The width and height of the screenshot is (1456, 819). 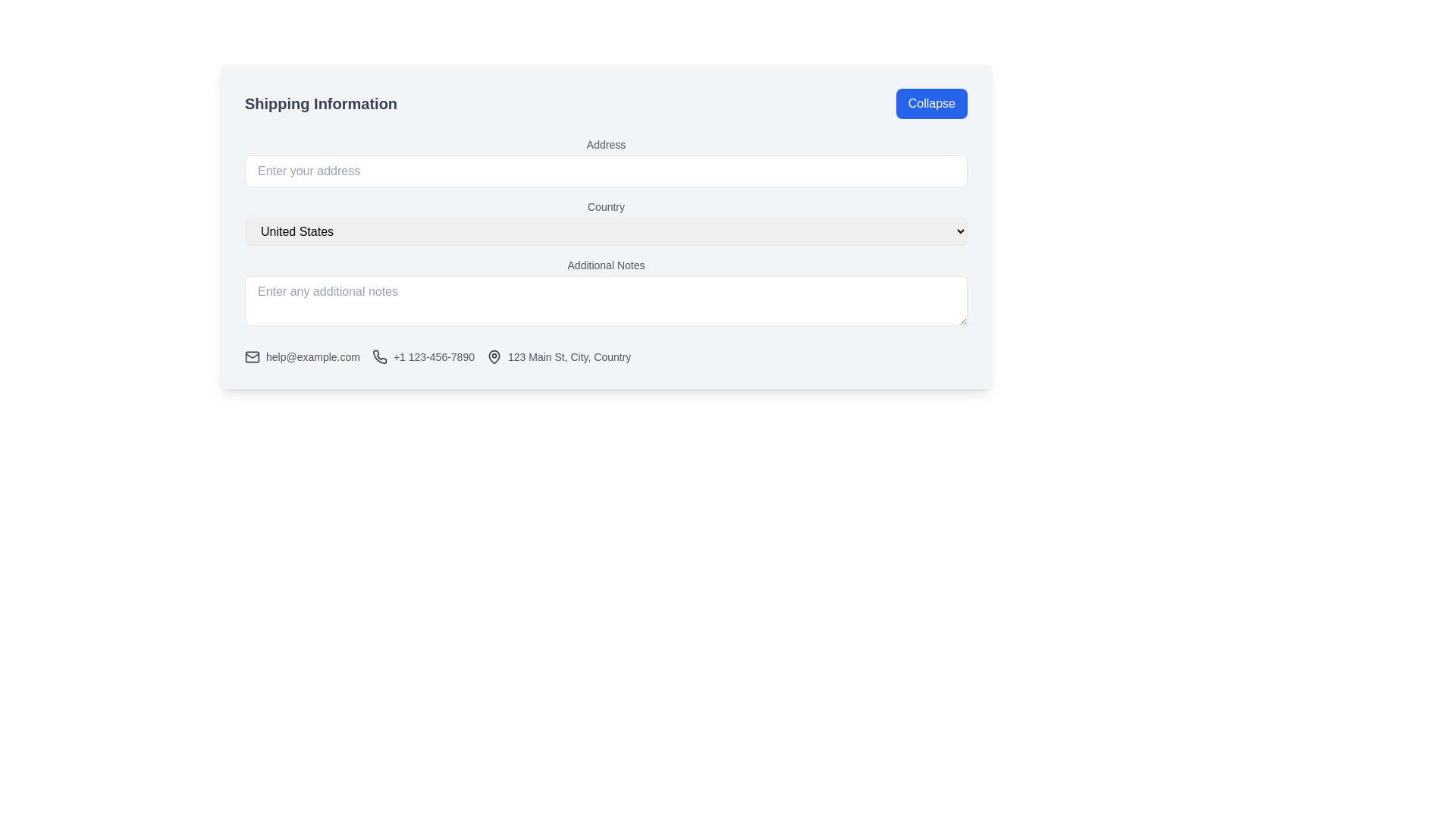 I want to click on the location icon that indicates '123 Main St, City, Country', located towards the bottom-right of the interface, next to the phone and email icons, so click(x=494, y=356).